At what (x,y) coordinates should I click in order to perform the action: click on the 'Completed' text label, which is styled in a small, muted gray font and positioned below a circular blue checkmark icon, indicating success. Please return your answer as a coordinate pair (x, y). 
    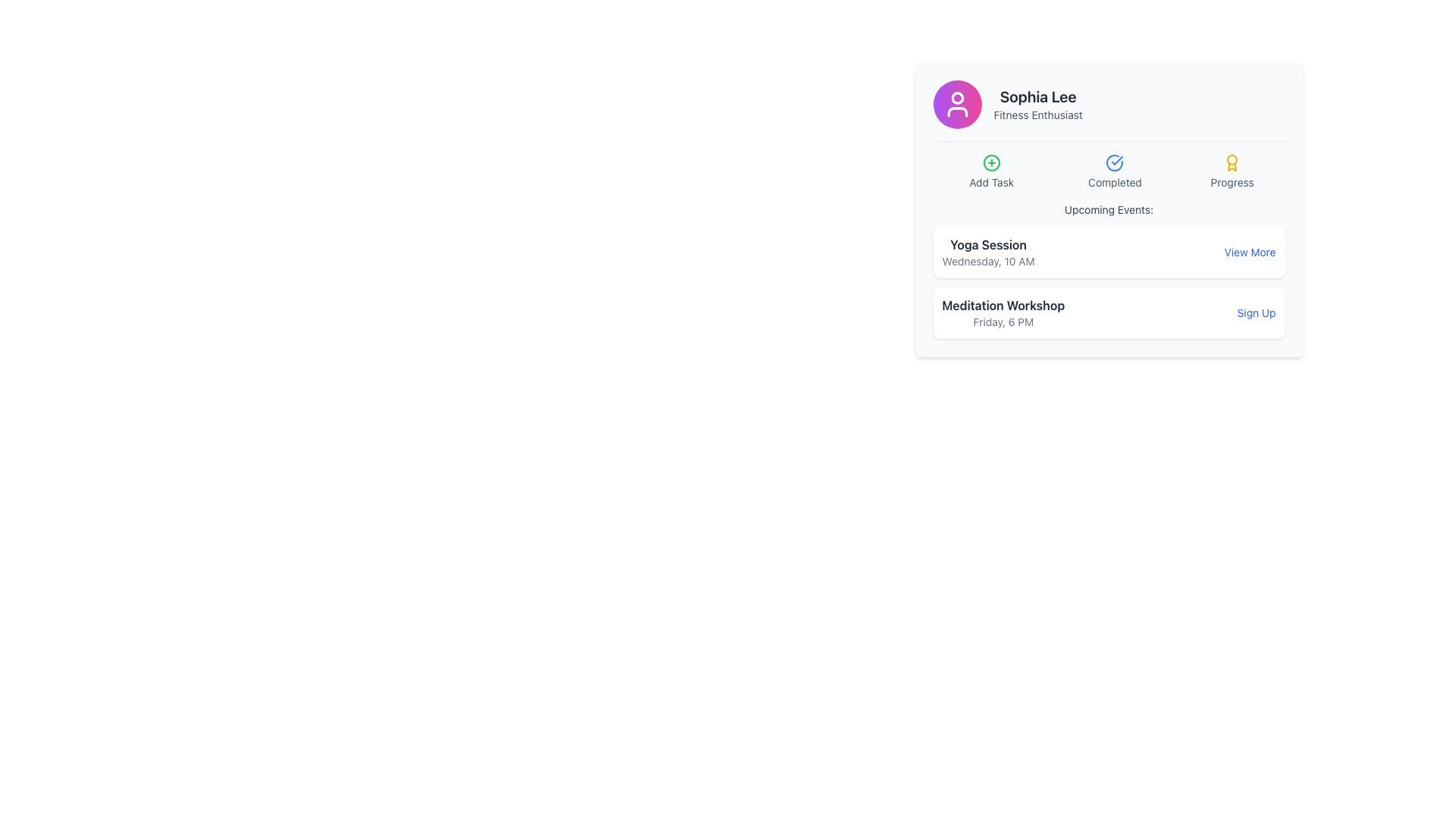
    Looking at the image, I should click on (1115, 181).